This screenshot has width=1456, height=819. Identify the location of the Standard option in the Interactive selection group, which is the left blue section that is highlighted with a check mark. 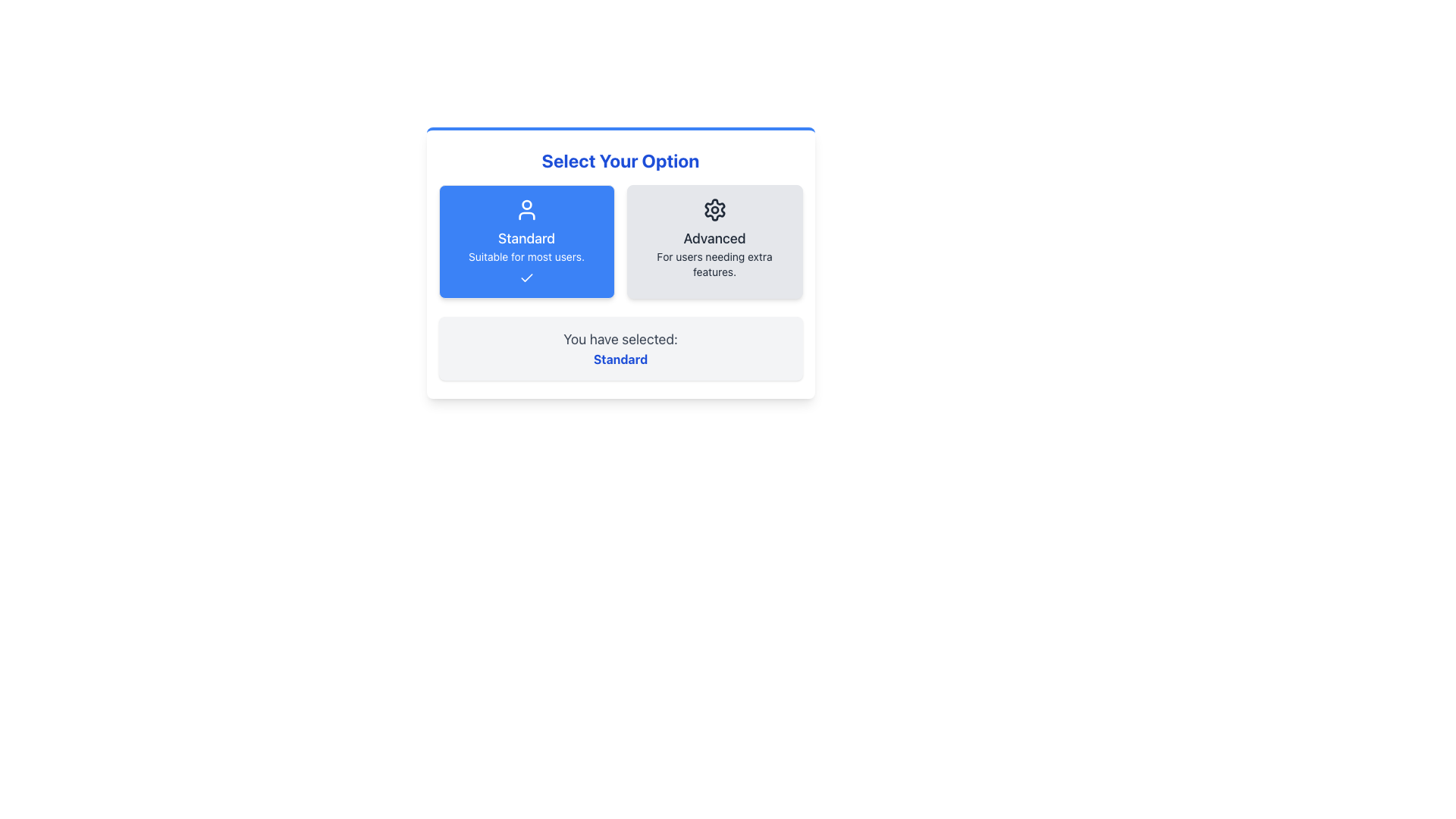
(620, 241).